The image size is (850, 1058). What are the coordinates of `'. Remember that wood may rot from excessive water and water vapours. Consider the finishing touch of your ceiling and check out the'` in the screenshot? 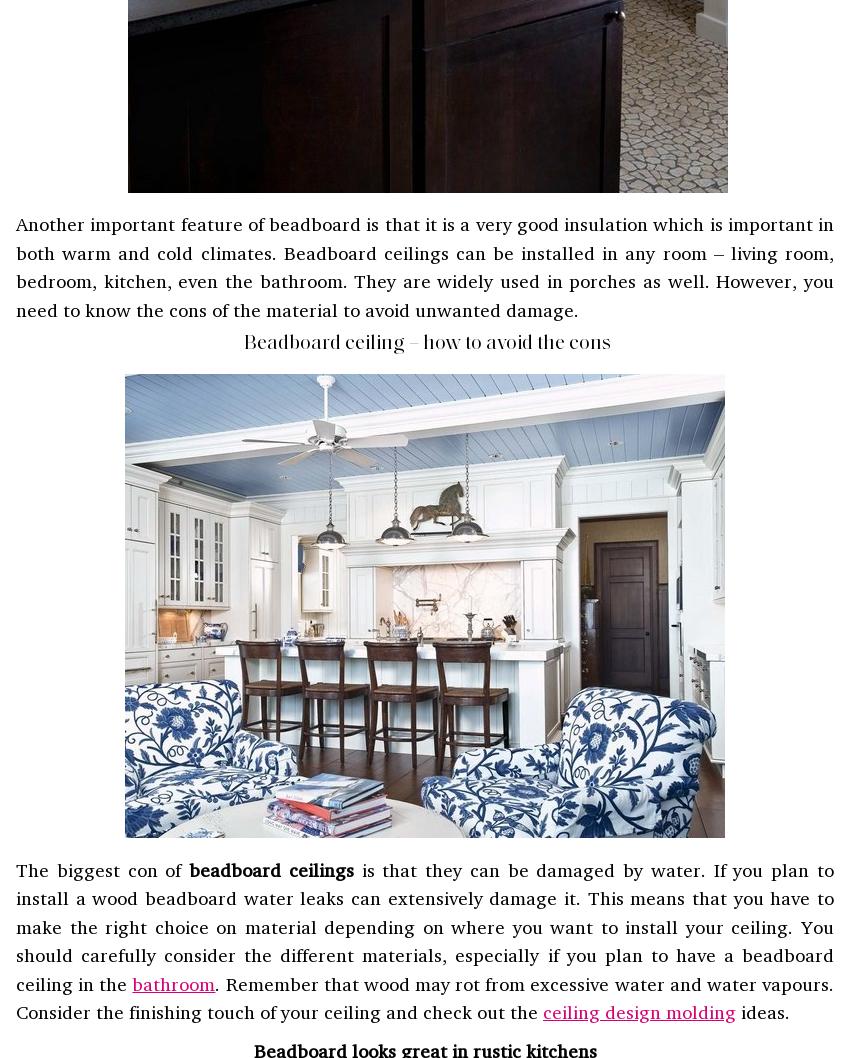 It's located at (425, 996).